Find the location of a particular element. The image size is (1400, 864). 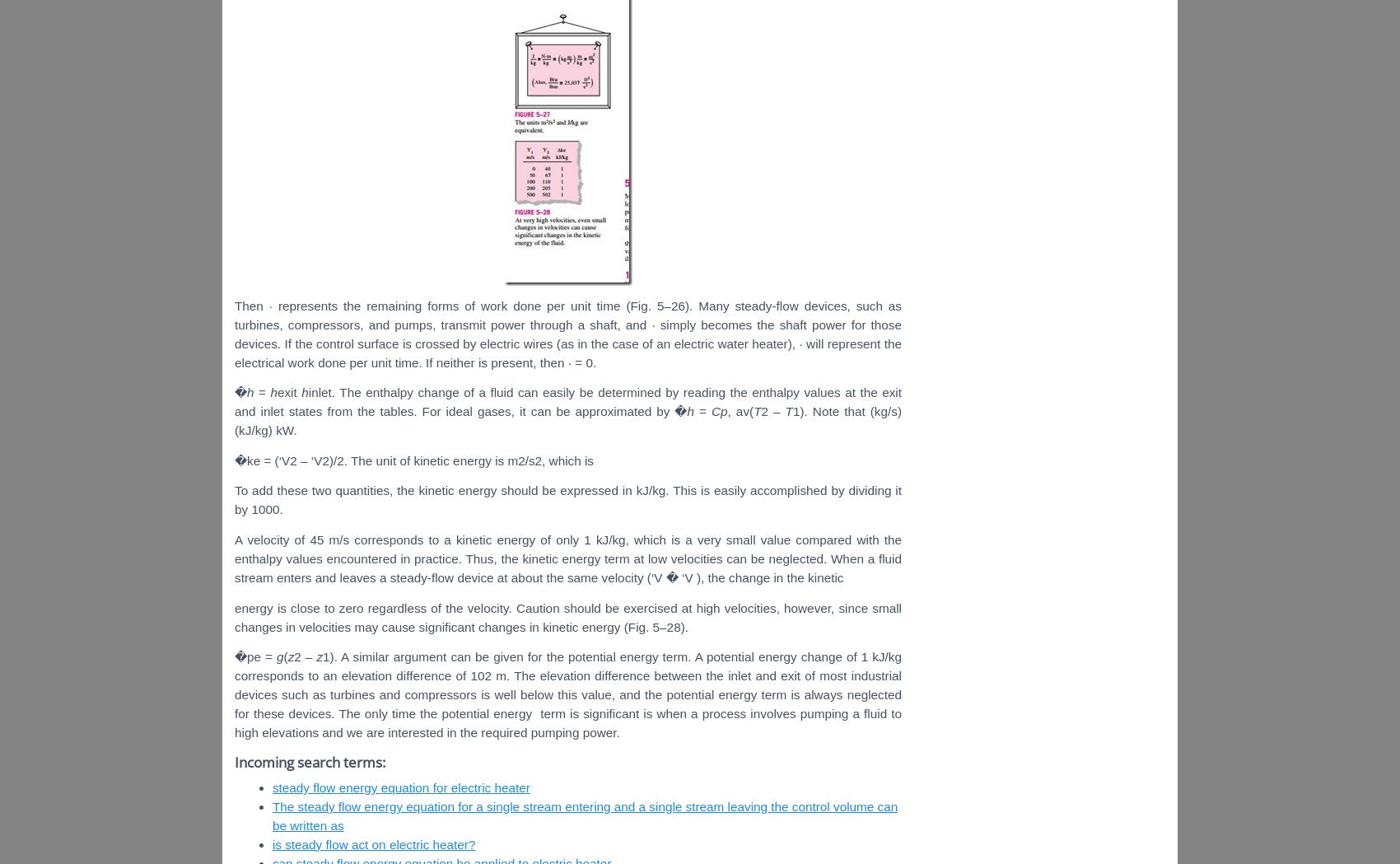

'simply becomes' is located at coordinates (708, 324).